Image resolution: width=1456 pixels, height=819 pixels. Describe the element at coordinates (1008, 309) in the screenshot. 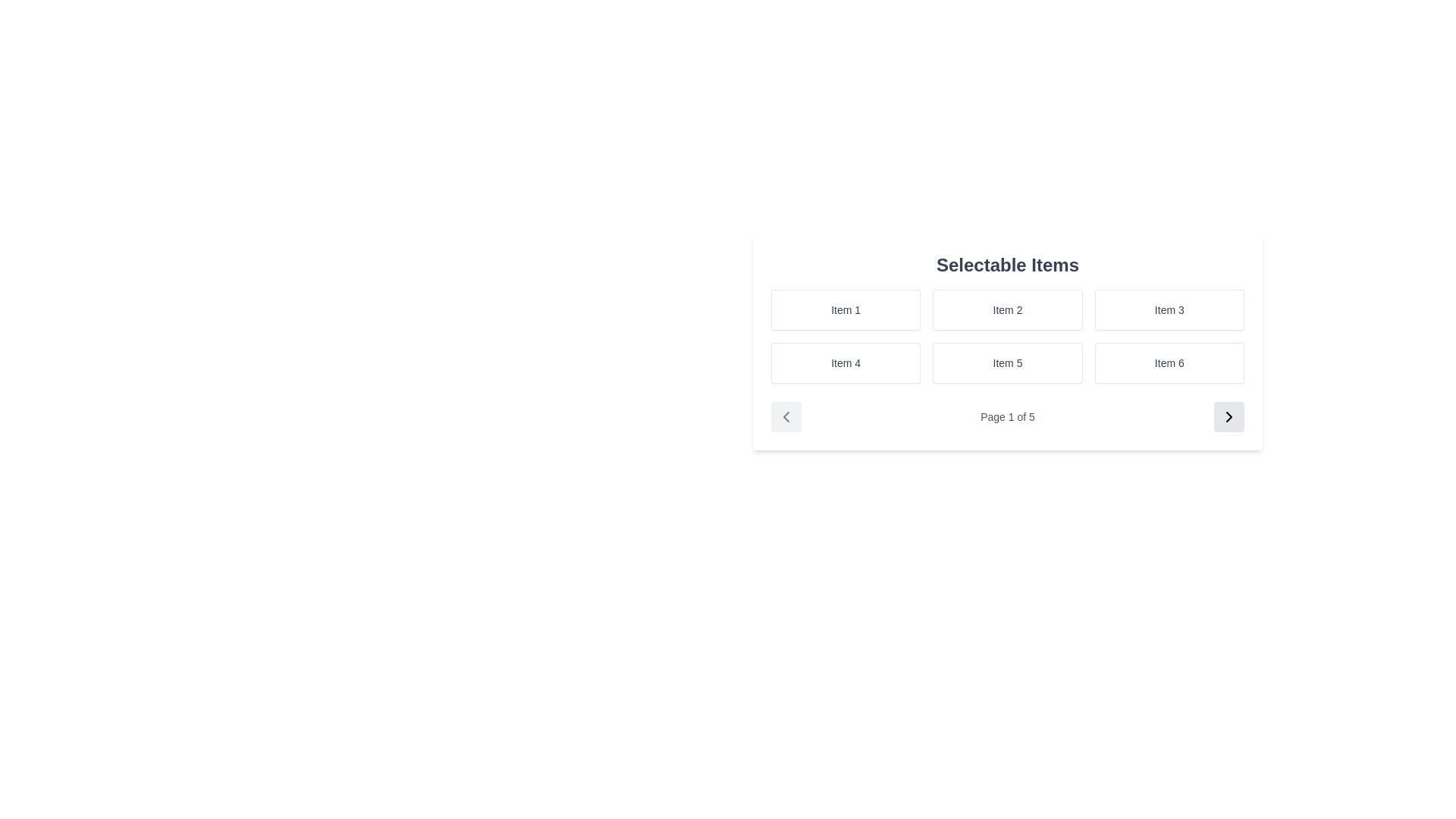

I see `the text label displaying 'Item 2' in the first row of the 2x3 grid layout under the heading 'Selectable Items'` at that location.